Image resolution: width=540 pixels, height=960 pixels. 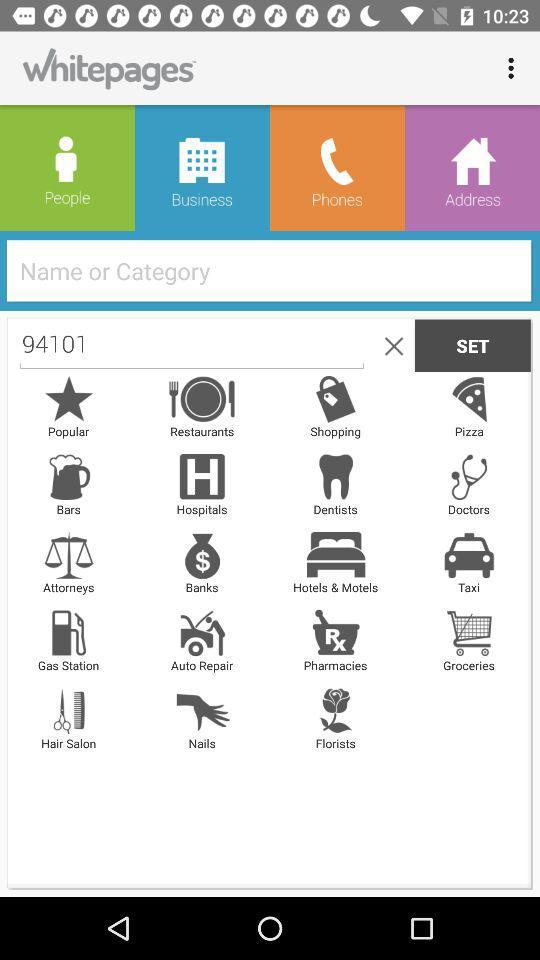 What do you see at coordinates (390, 345) in the screenshot?
I see `the icon to the left of set icon` at bounding box center [390, 345].